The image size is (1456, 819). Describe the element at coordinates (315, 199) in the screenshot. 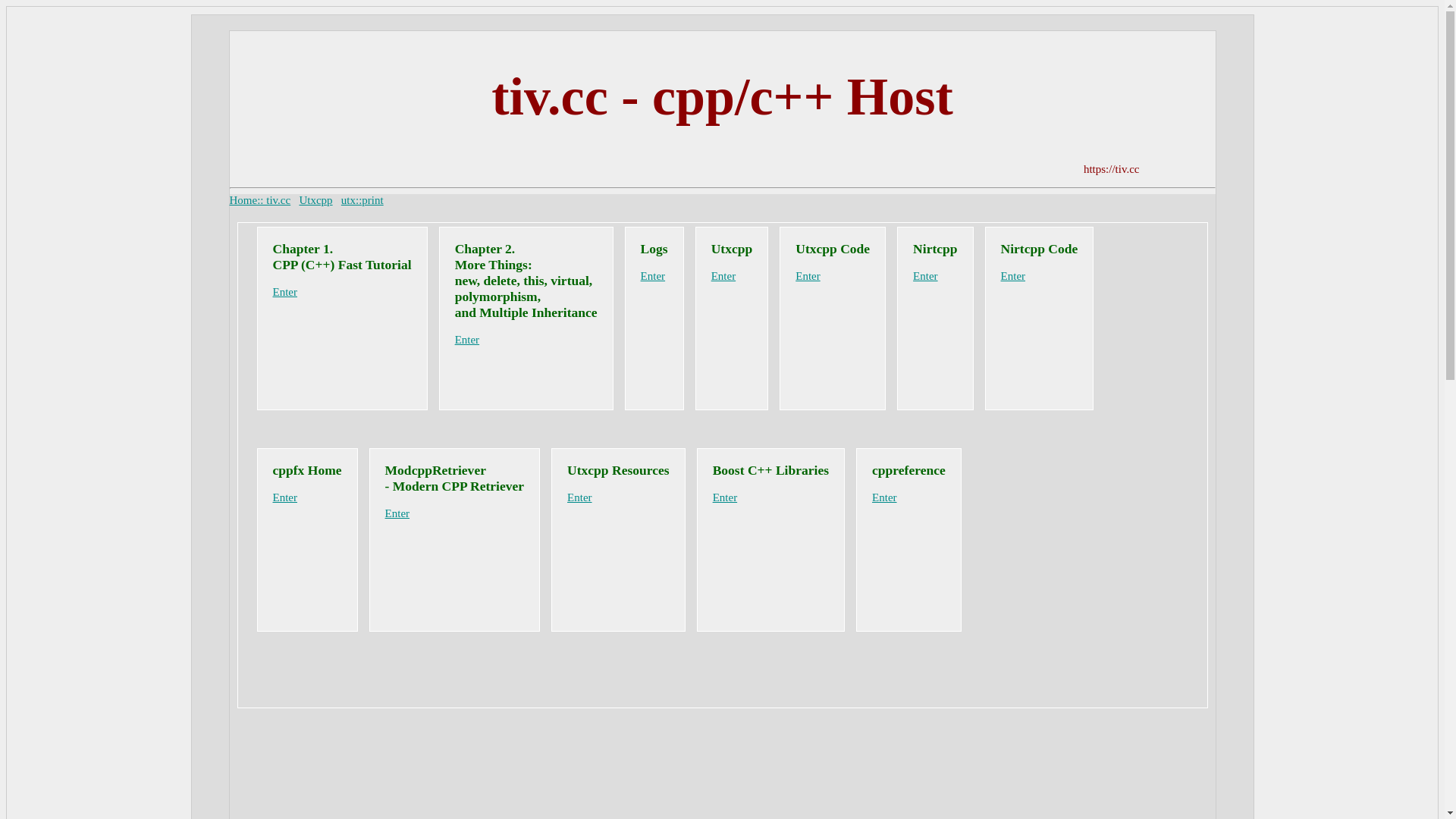

I see `'Utxcpp'` at that location.